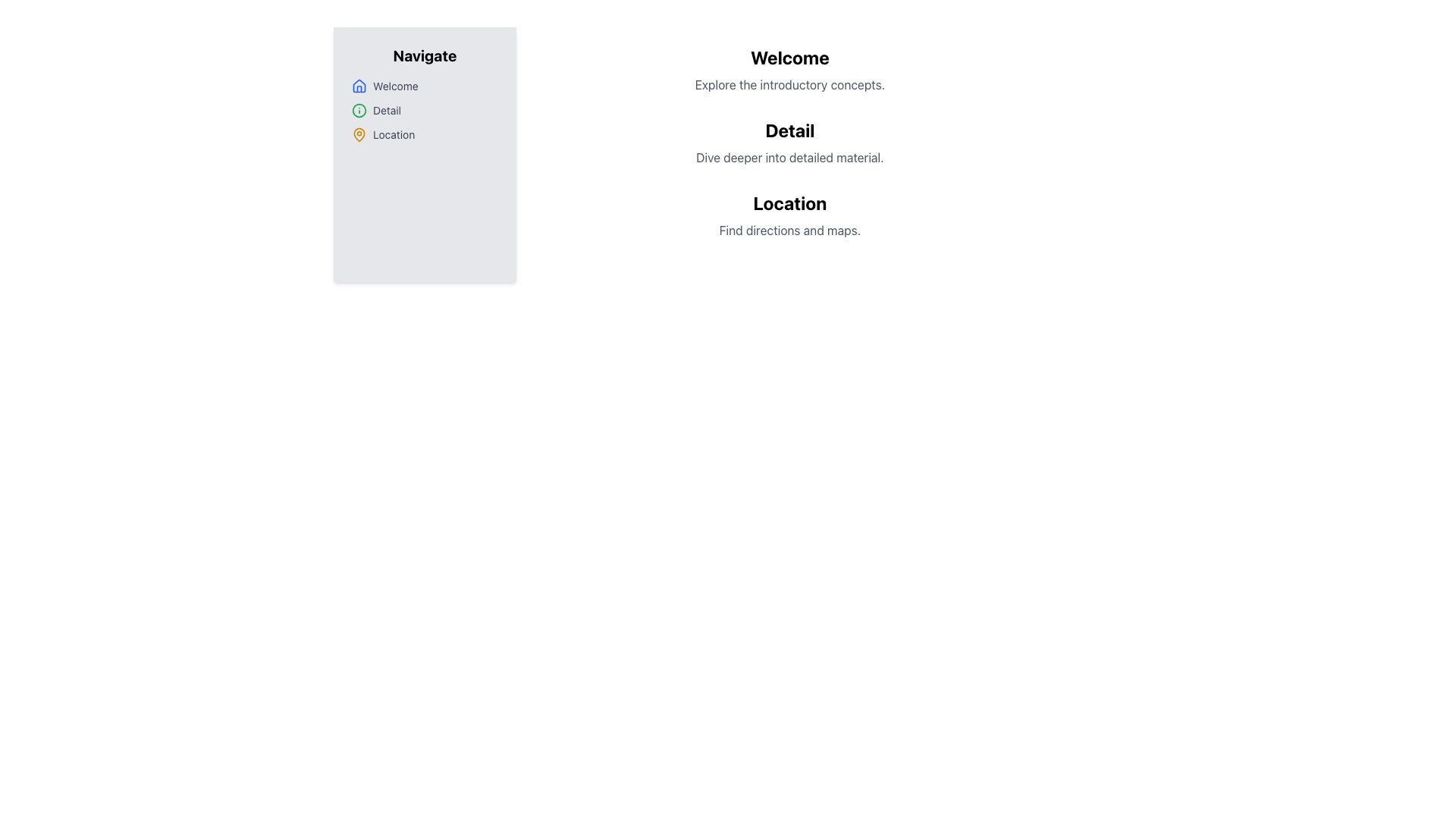 This screenshot has width=1456, height=819. What do you see at coordinates (359, 110) in the screenshot?
I see `the border of the informational icon, which is a circle shape located in the middle-left area of the interface under the 'Detail' item in the navigation menu` at bounding box center [359, 110].